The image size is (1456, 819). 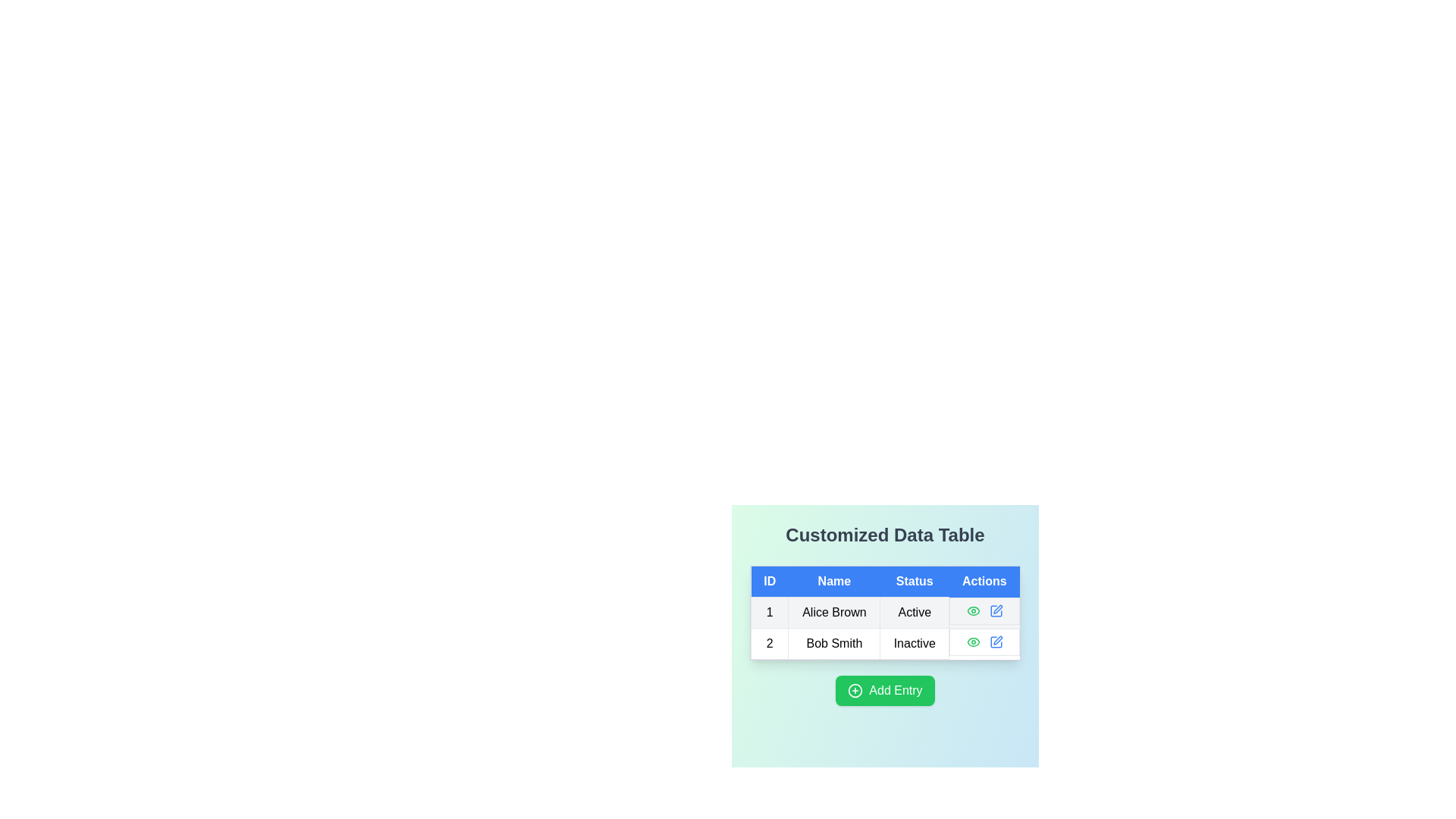 I want to click on the 'Name' column header in the data table, which is the second column header positioned between the 'ID' header and the 'Status' header, so click(x=833, y=581).